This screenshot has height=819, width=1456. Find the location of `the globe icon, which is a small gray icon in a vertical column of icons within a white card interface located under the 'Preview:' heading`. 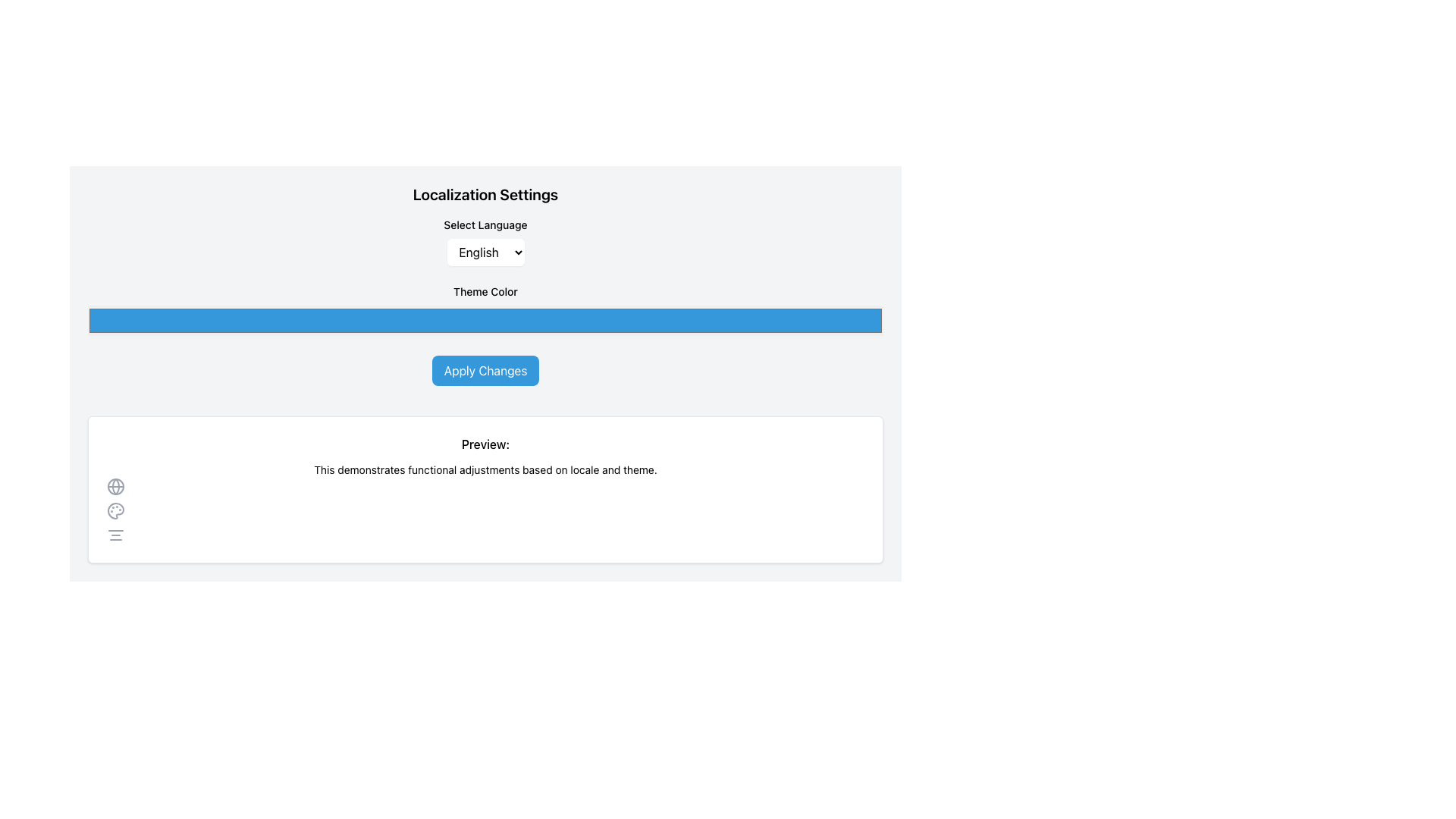

the globe icon, which is a small gray icon in a vertical column of icons within a white card interface located under the 'Preview:' heading is located at coordinates (115, 486).